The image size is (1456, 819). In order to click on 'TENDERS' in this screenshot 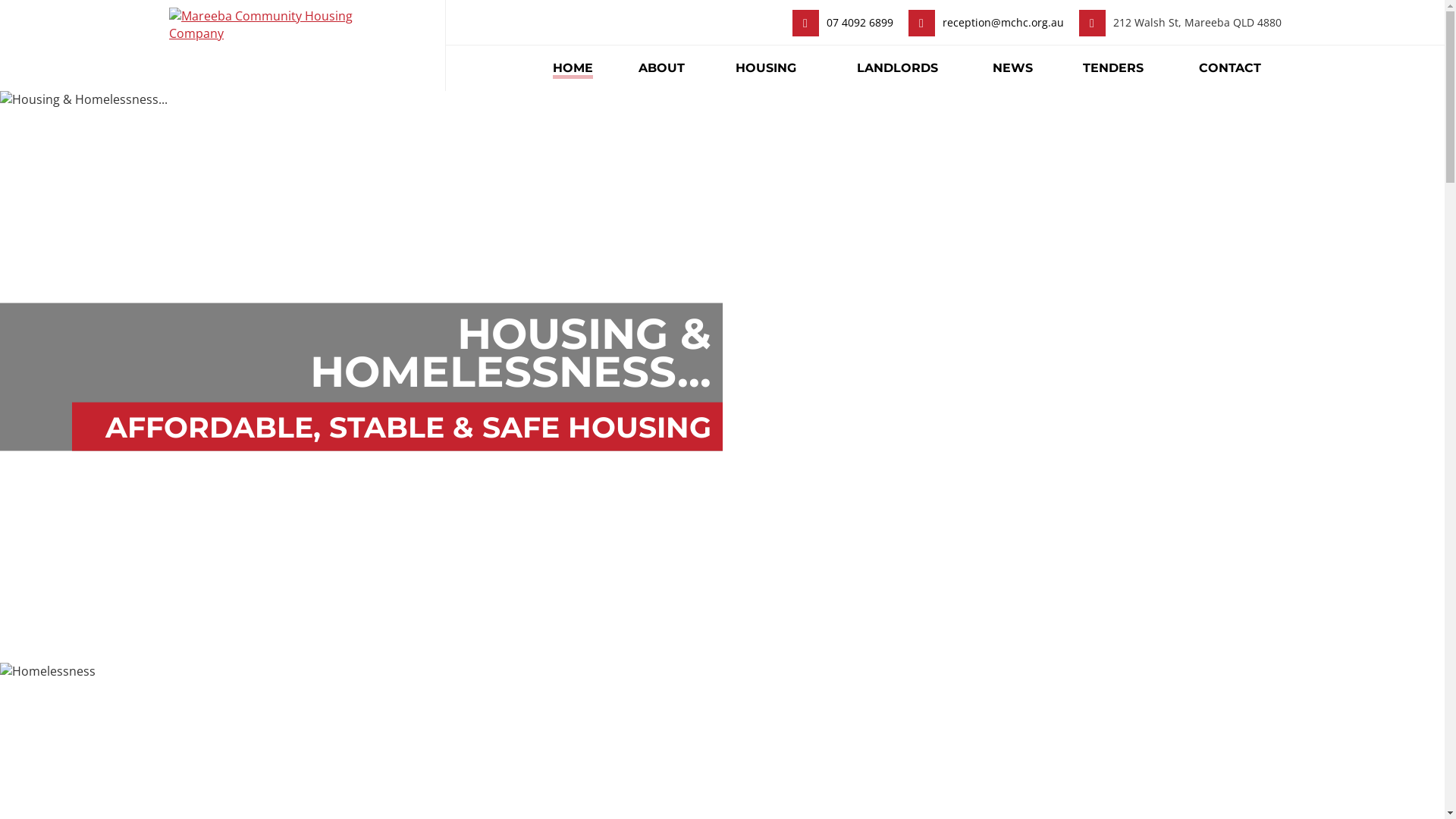, I will do `click(1113, 67)`.